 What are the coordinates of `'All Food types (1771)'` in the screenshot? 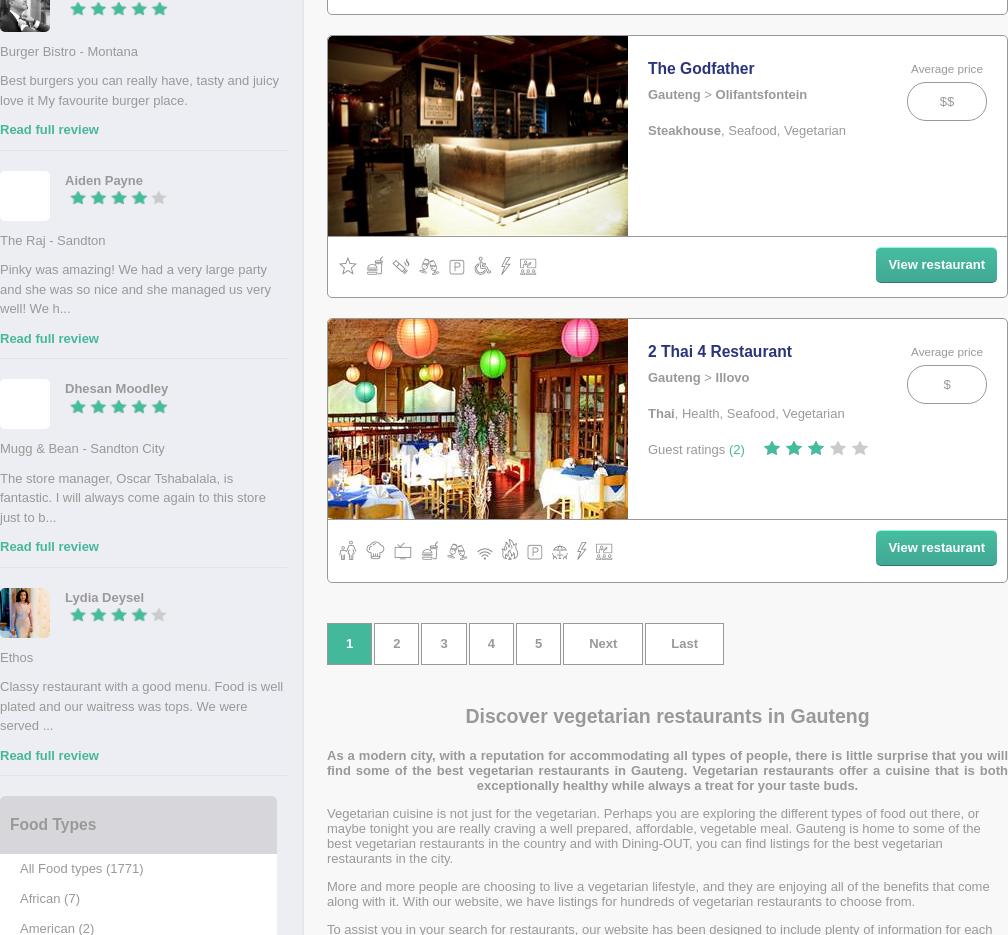 It's located at (81, 867).